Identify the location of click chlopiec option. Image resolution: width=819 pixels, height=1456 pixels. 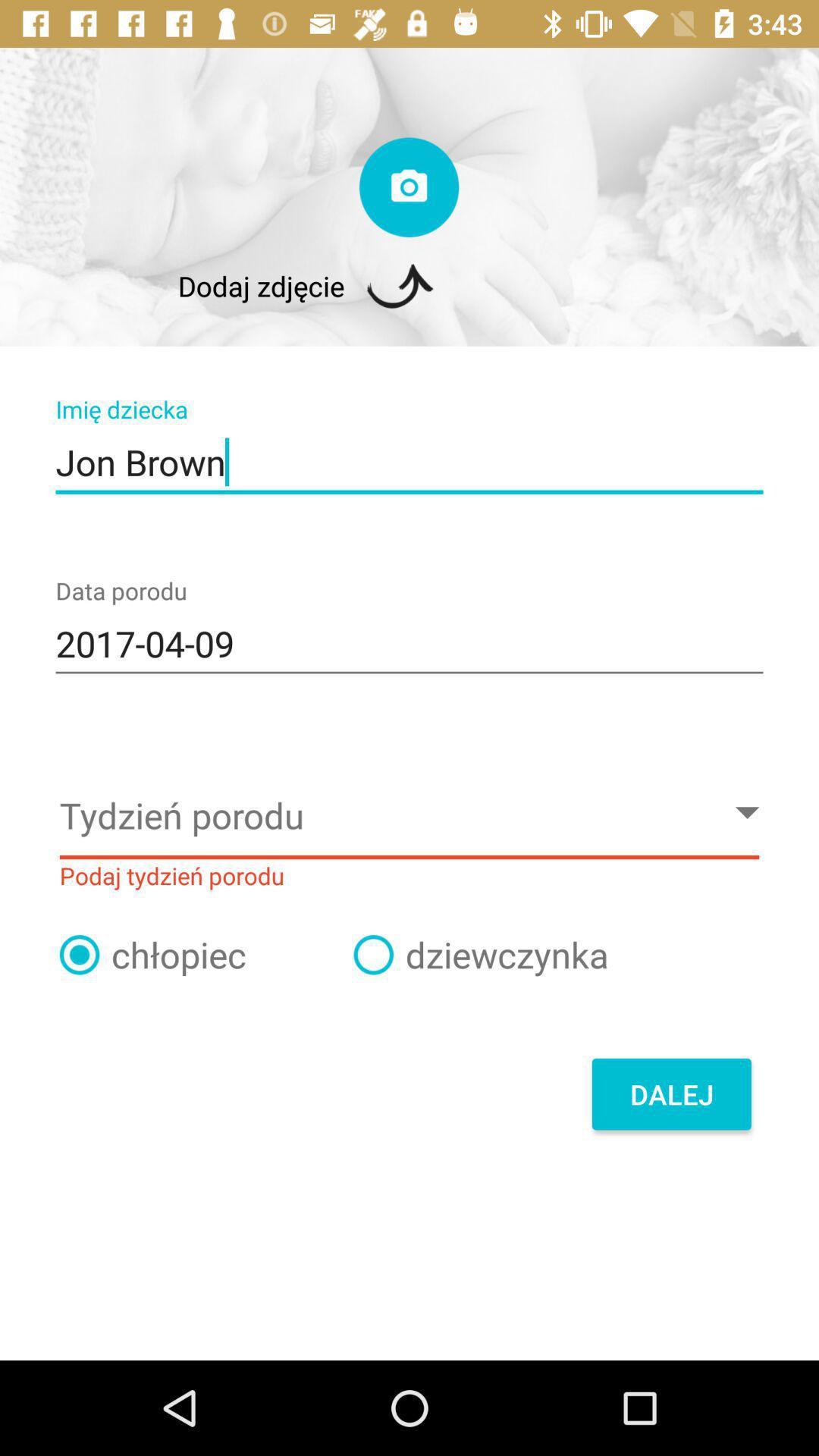
(79, 954).